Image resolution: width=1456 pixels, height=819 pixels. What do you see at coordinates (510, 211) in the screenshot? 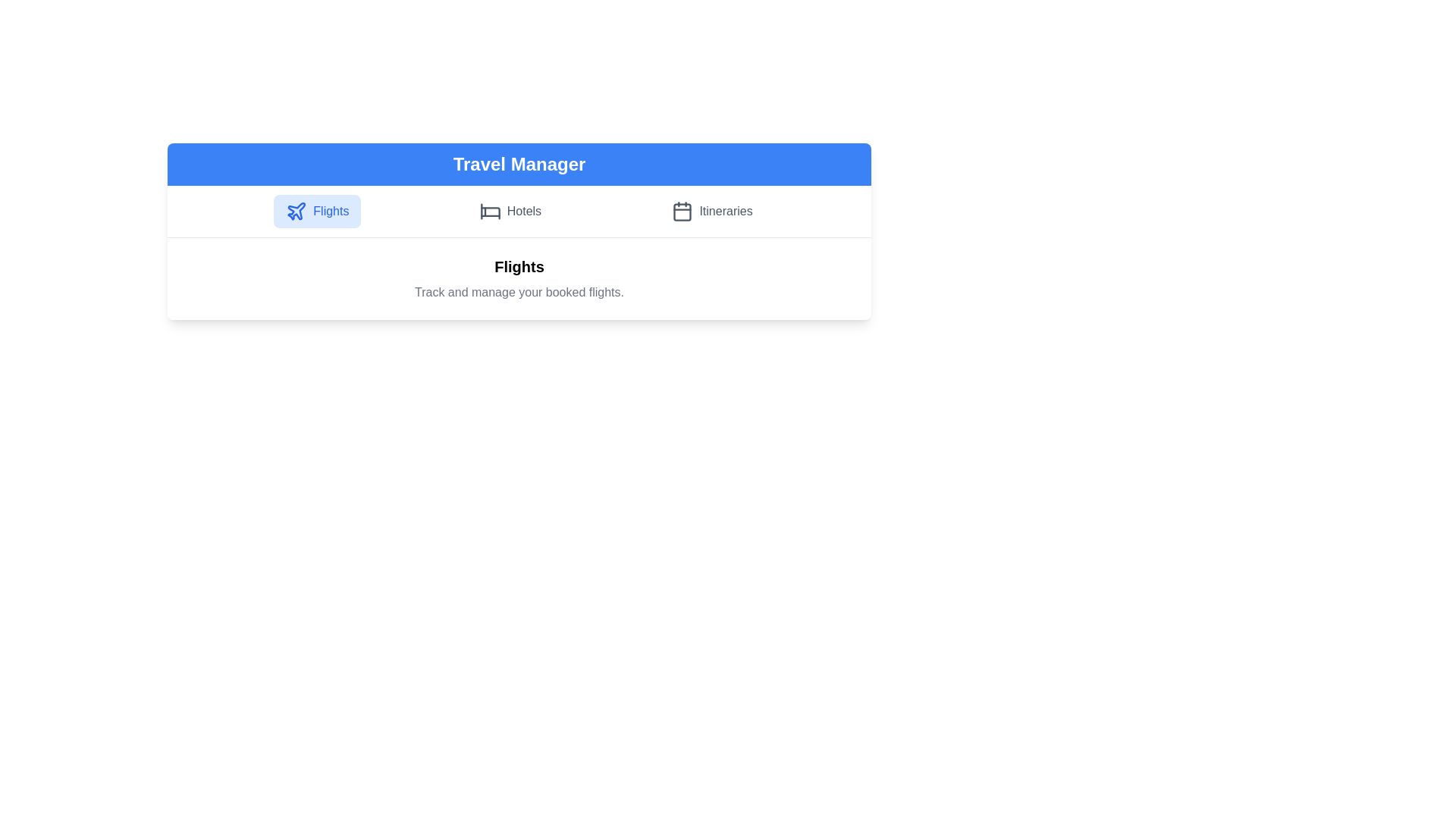
I see `the Hotels tab to view its details` at bounding box center [510, 211].